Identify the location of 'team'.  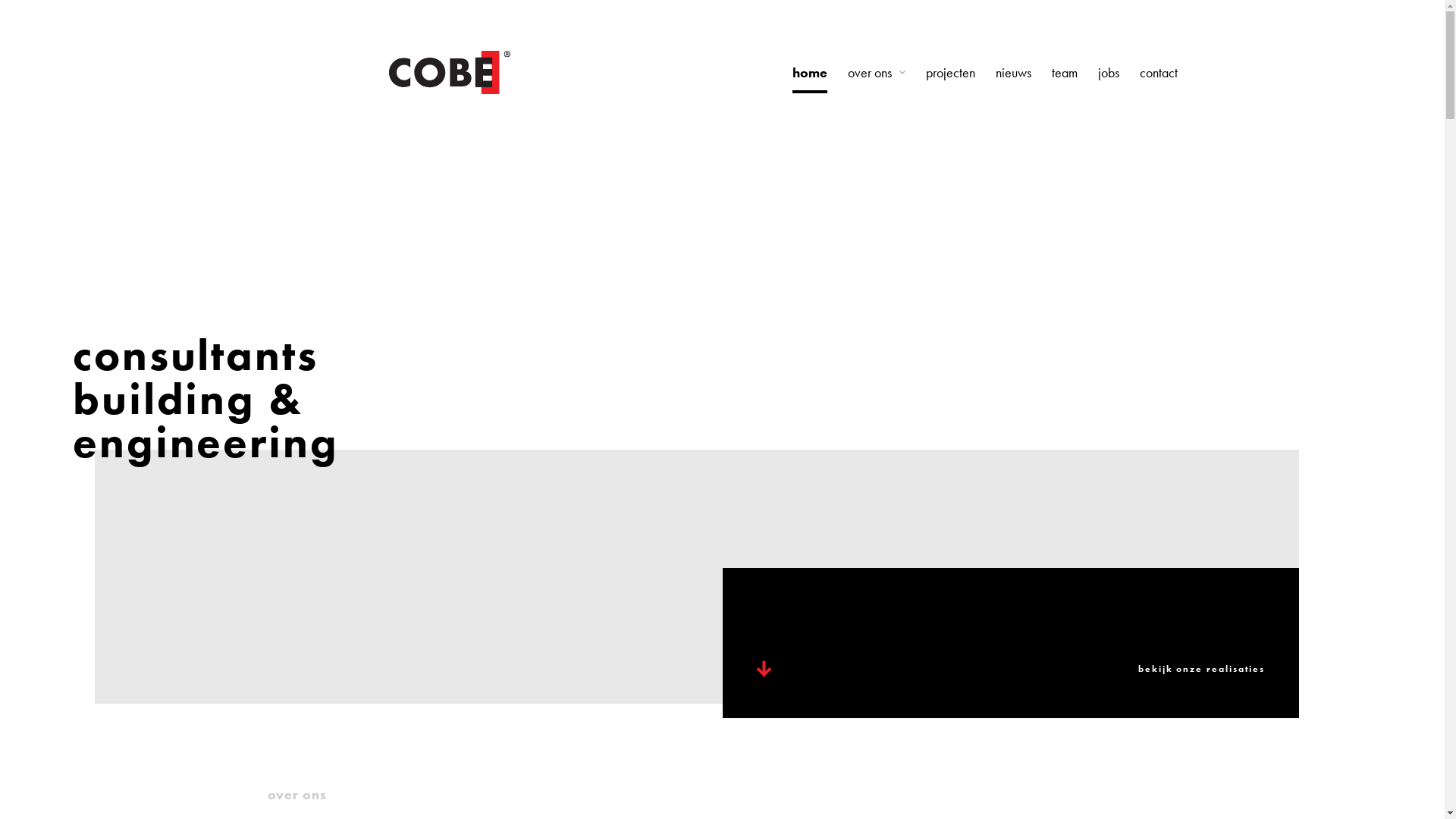
(1062, 73).